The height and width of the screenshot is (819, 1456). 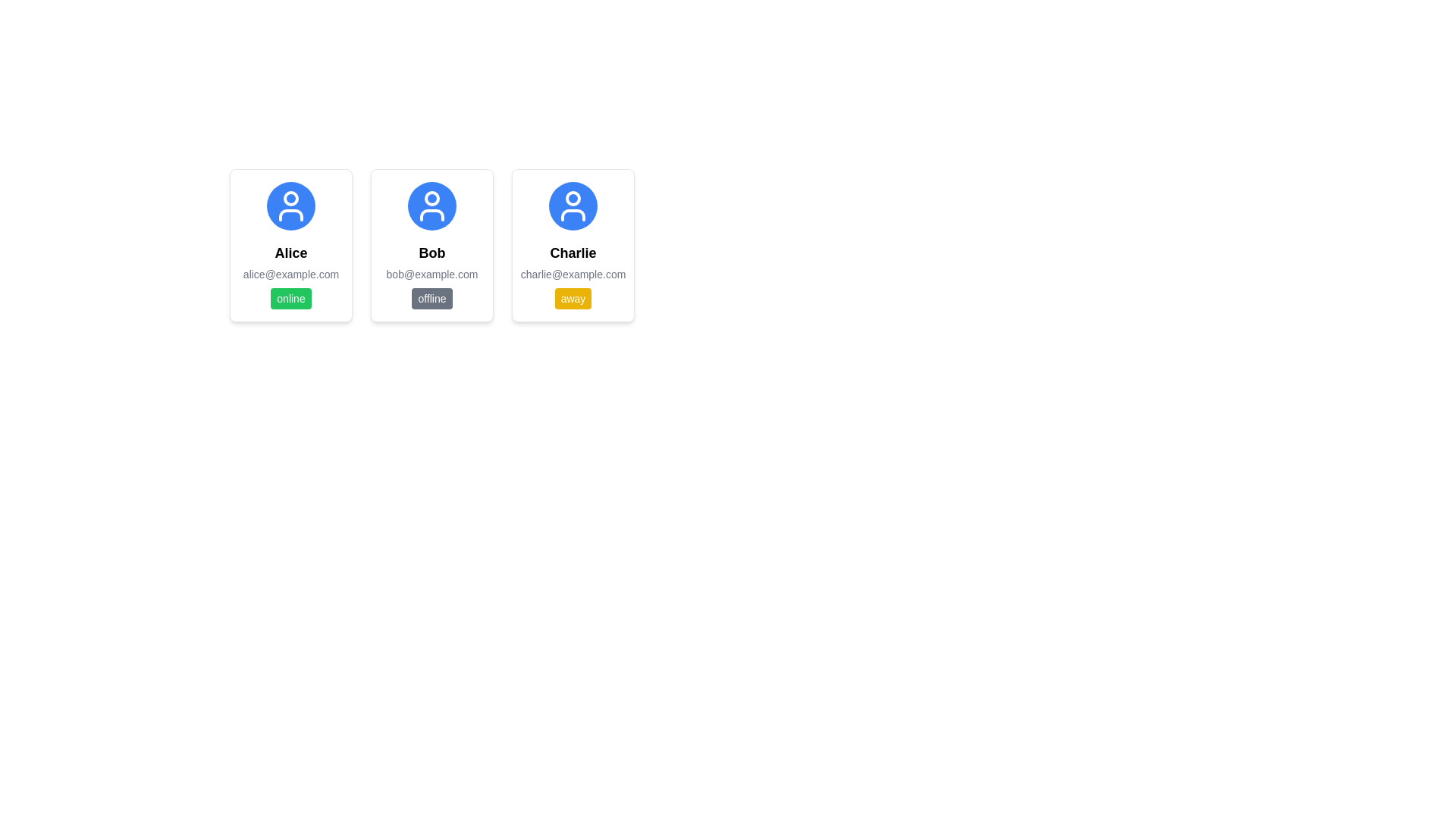 I want to click on the email address label 'bob@example.com' displayed in small gray text within Bob's user card, located below his name and above the status indicator, so click(x=431, y=275).